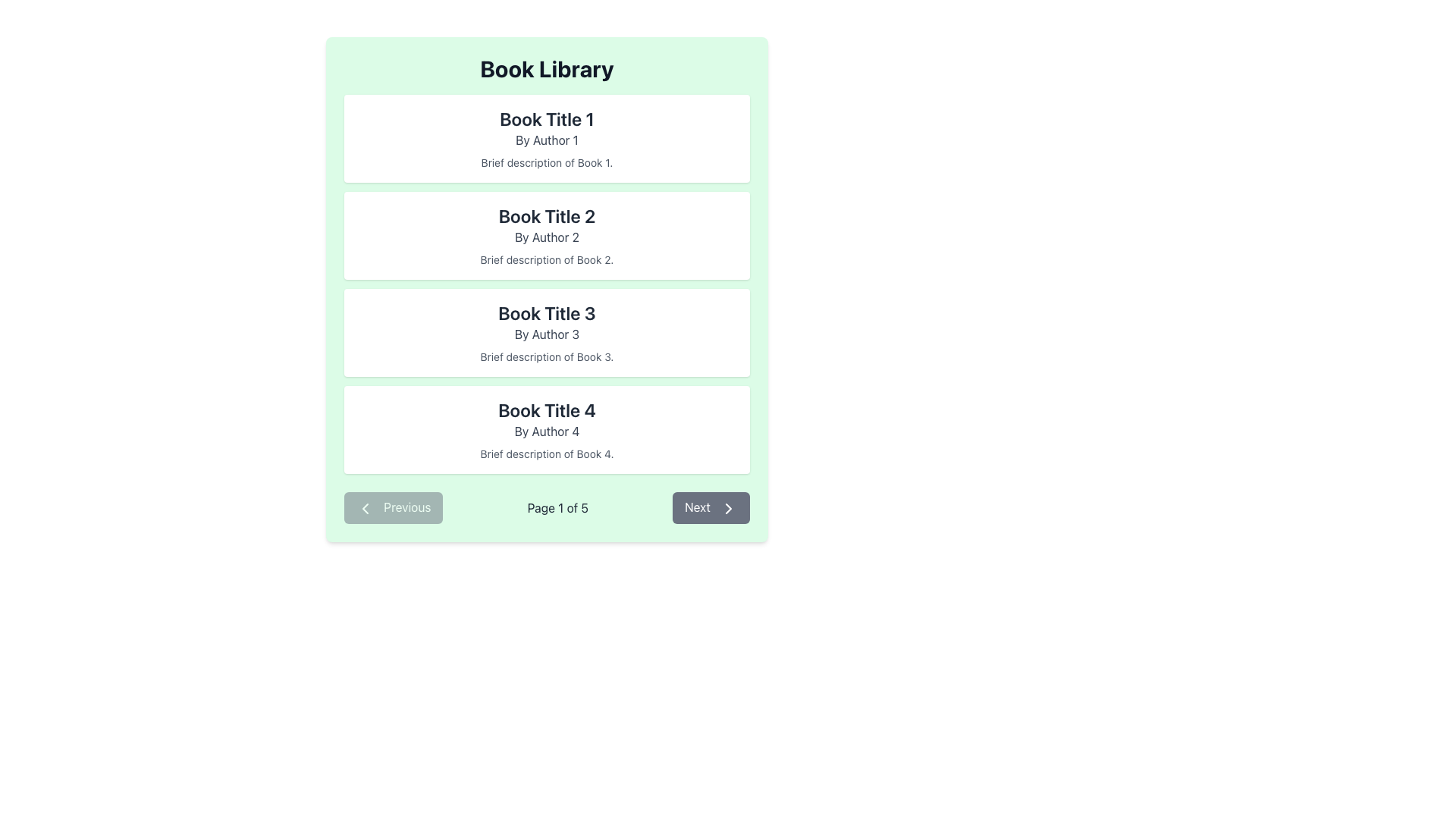 This screenshot has height=819, width=1456. I want to click on the 'Previous' button, which is styled with a gray background and has a left-pointing chevron icon, located at the bottom left corner of the navigation section, so click(394, 507).